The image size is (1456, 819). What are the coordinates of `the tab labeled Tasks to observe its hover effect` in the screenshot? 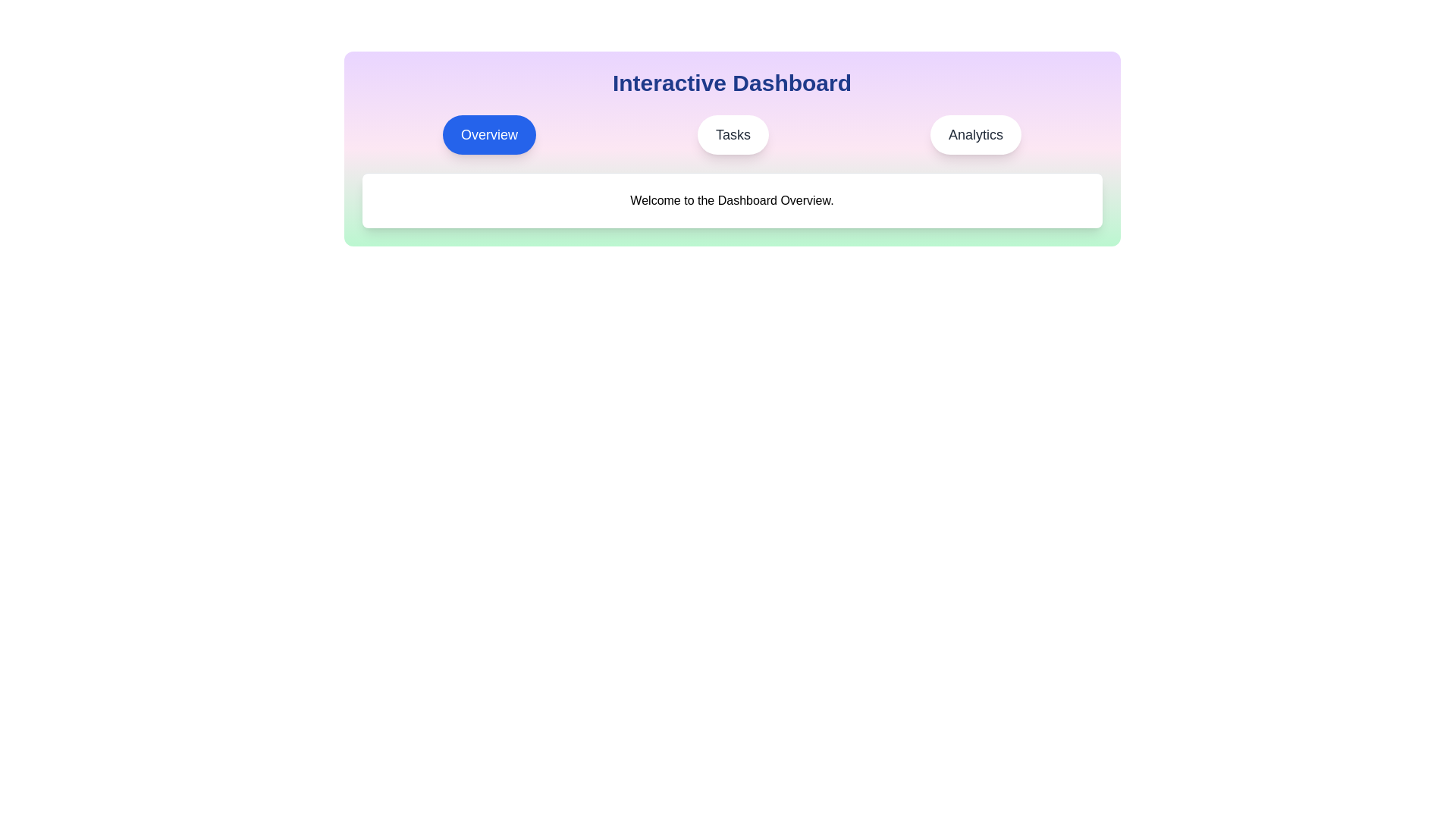 It's located at (733, 133).